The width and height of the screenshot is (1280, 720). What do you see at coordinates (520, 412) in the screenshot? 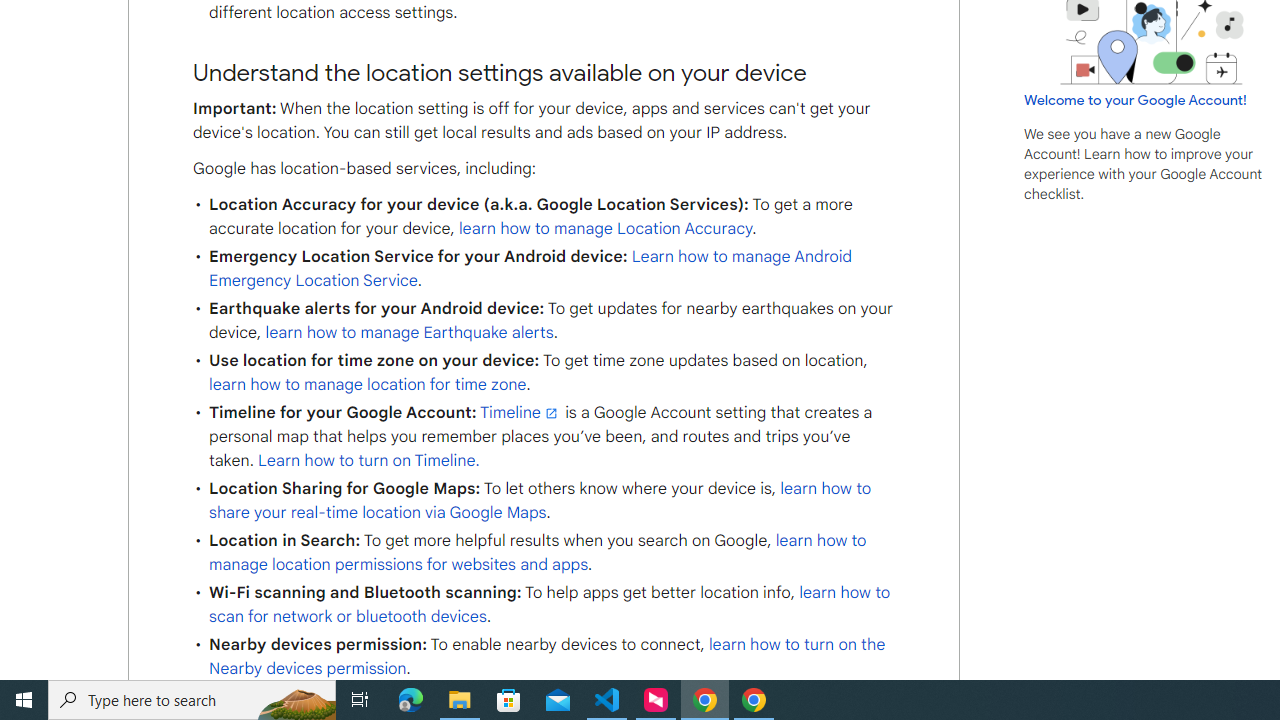
I see `'Timeline'` at bounding box center [520, 412].